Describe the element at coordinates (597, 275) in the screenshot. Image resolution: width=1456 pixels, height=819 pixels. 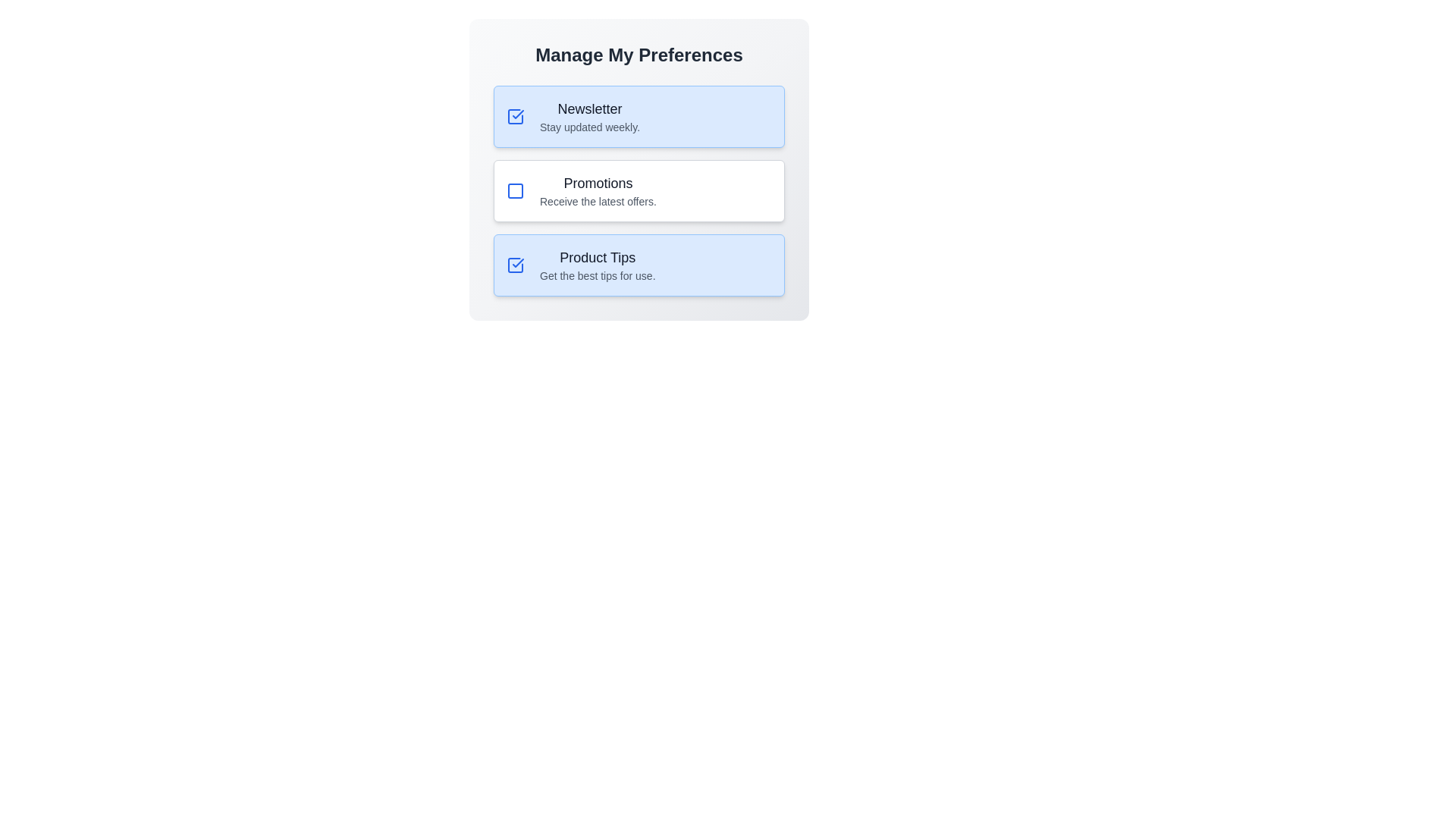
I see `the text label that reads 'Get the best tips for use.' which is styled with a small font size and light gray color, located directly below the 'Product Tips' heading` at that location.